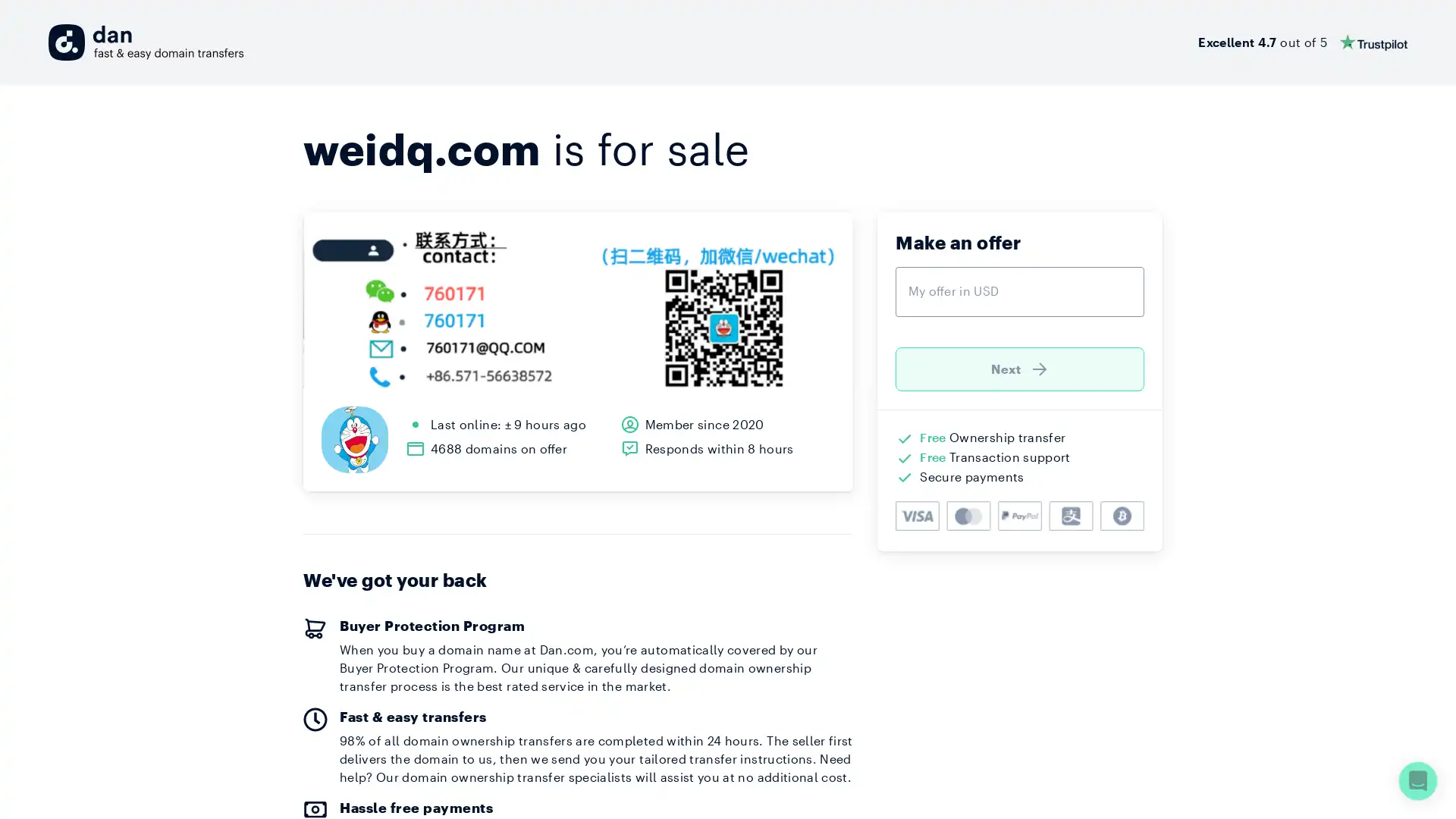 Image resolution: width=1456 pixels, height=819 pixels. I want to click on Open Intercom Messenger, so click(1417, 780).